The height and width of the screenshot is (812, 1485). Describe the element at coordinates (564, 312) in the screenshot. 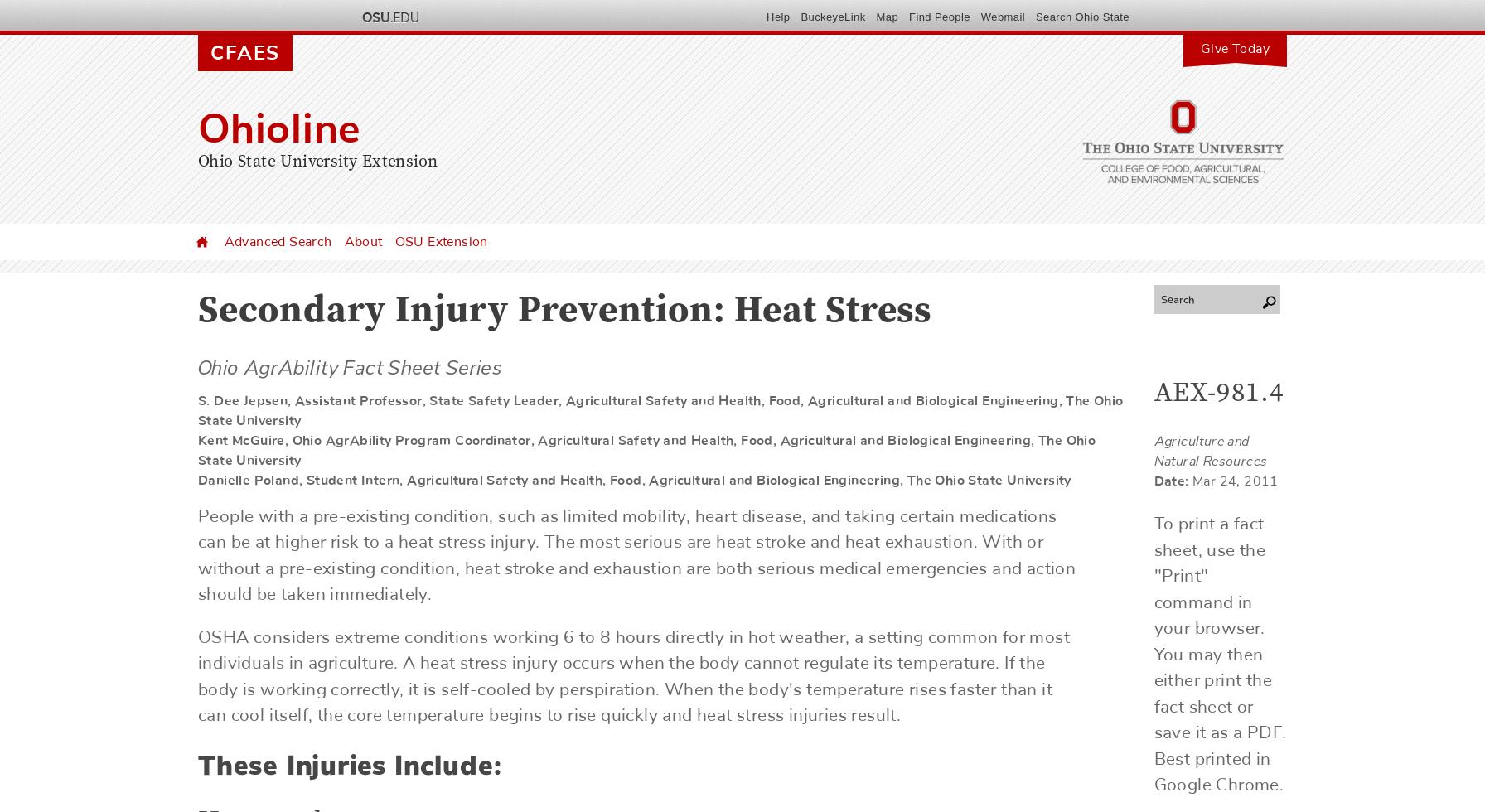

I see `'Secondary Injury Prevention: Heat Stress'` at that location.